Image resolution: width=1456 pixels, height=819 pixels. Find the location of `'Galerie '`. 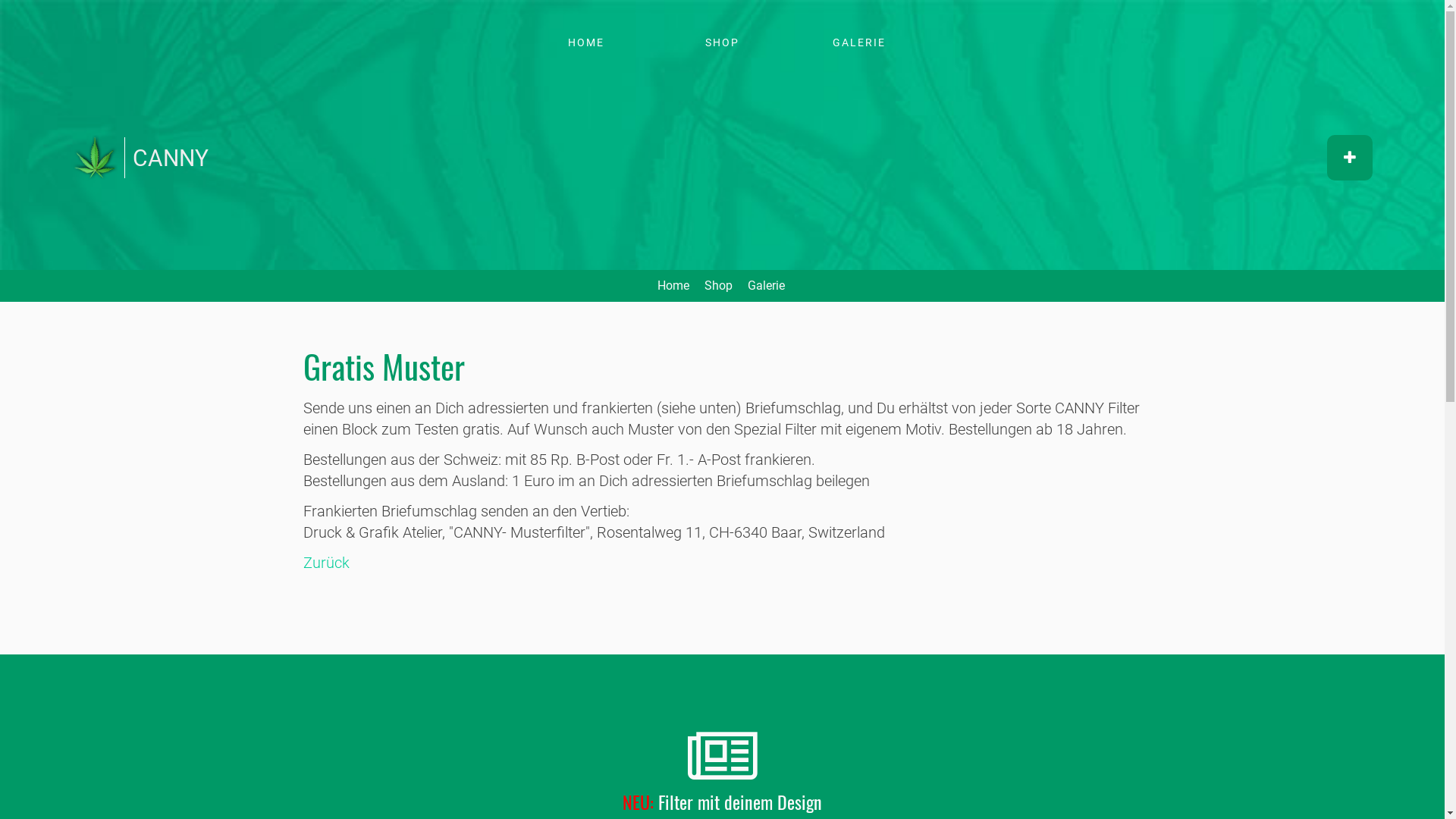

'Galerie ' is located at coordinates (767, 285).